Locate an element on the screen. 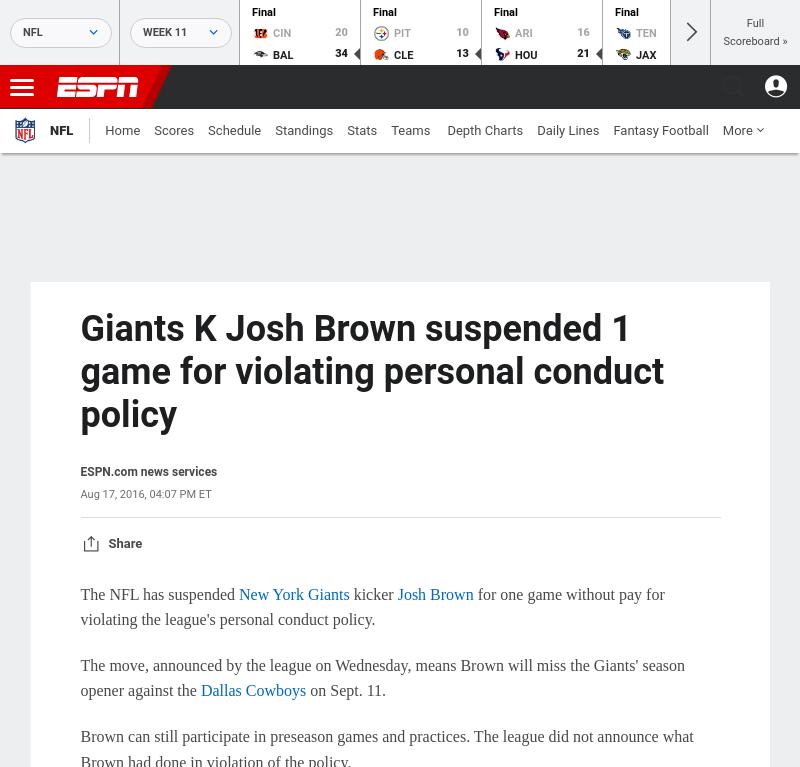 This screenshot has width=800, height=767. 'Share' is located at coordinates (123, 543).